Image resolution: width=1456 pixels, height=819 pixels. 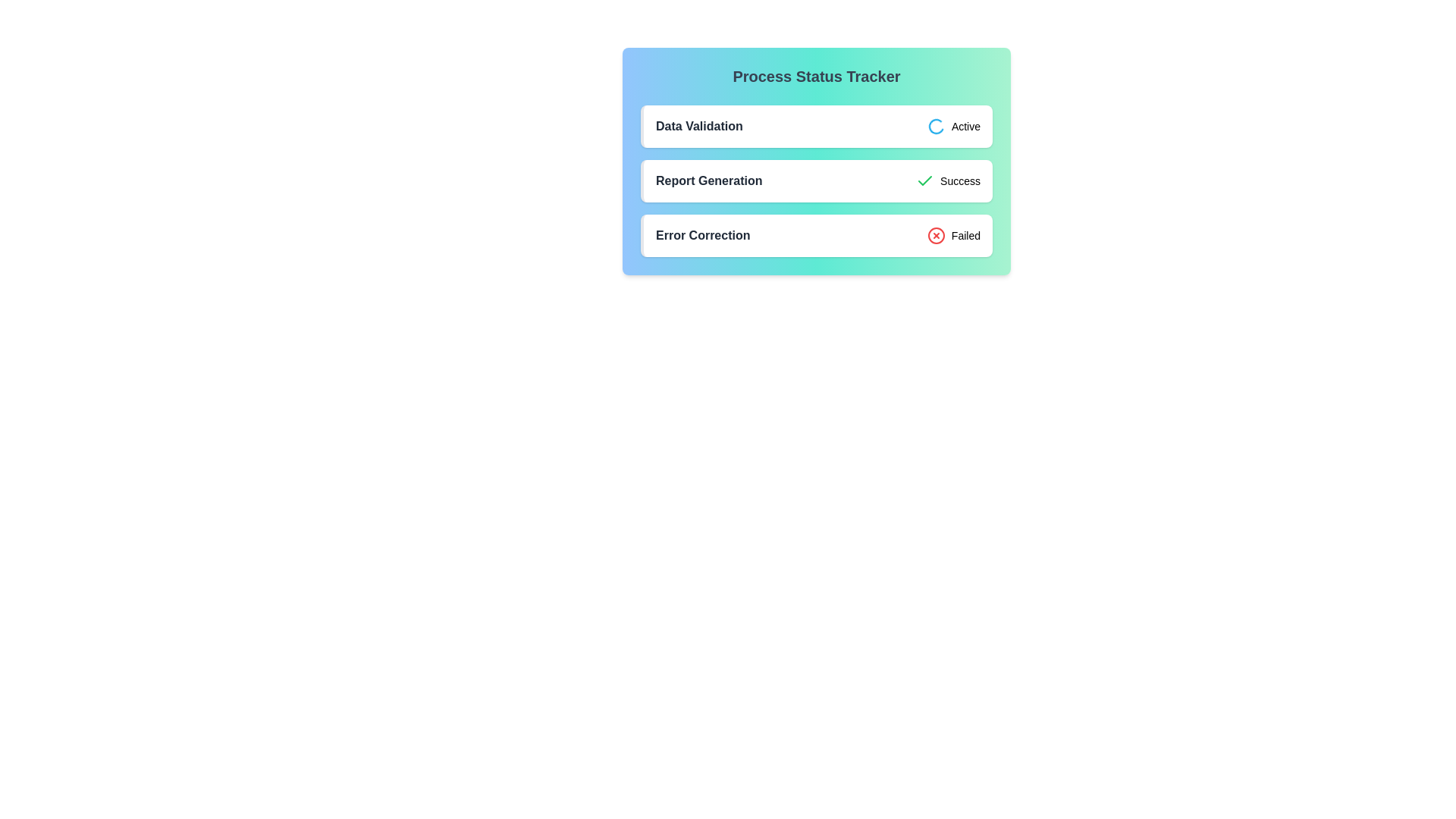 I want to click on the 'Failed' text label, so click(x=965, y=236).